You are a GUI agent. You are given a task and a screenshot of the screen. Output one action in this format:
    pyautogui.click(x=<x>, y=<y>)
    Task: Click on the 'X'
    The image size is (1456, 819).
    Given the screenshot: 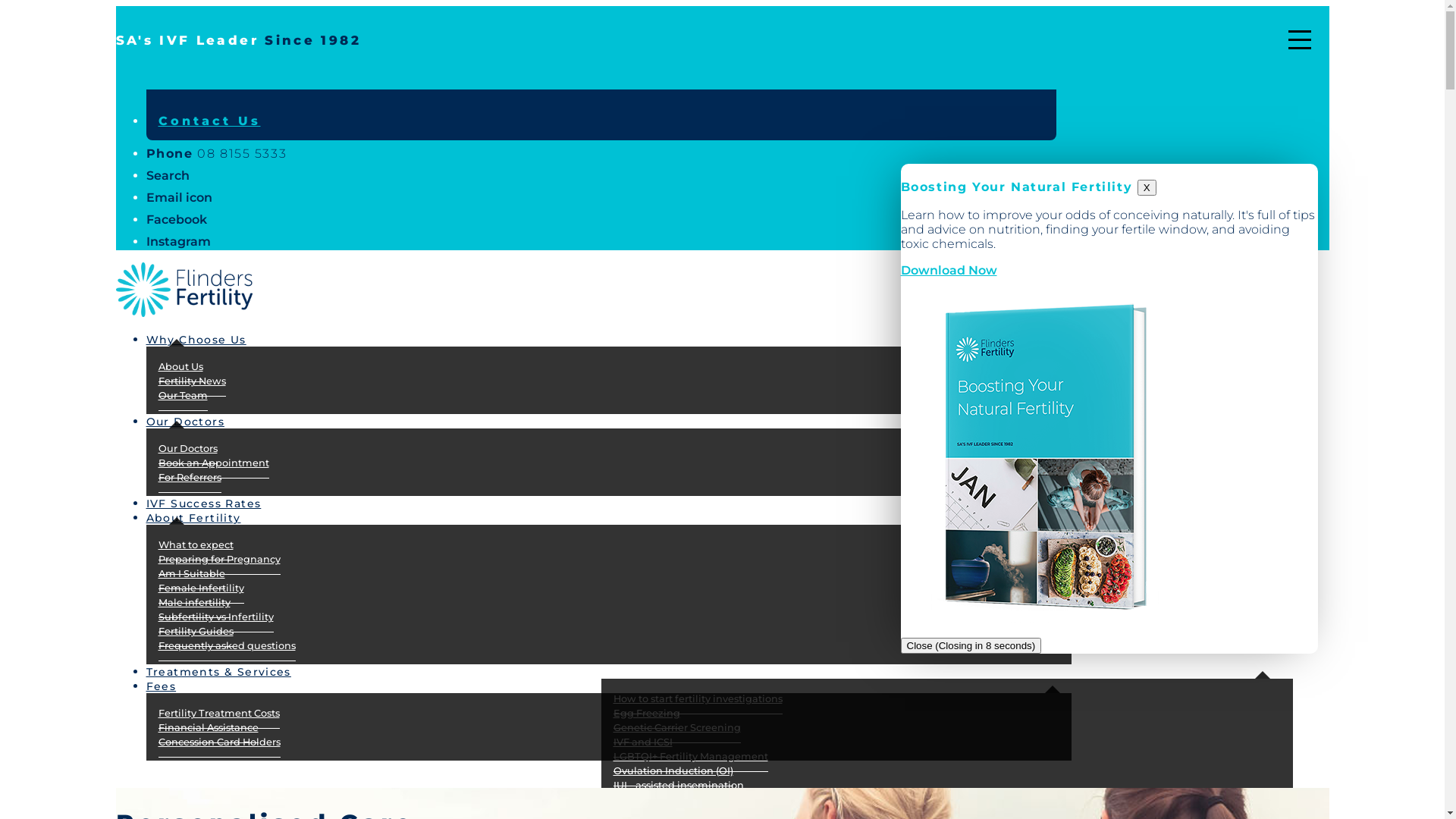 What is the action you would take?
    pyautogui.click(x=1147, y=187)
    